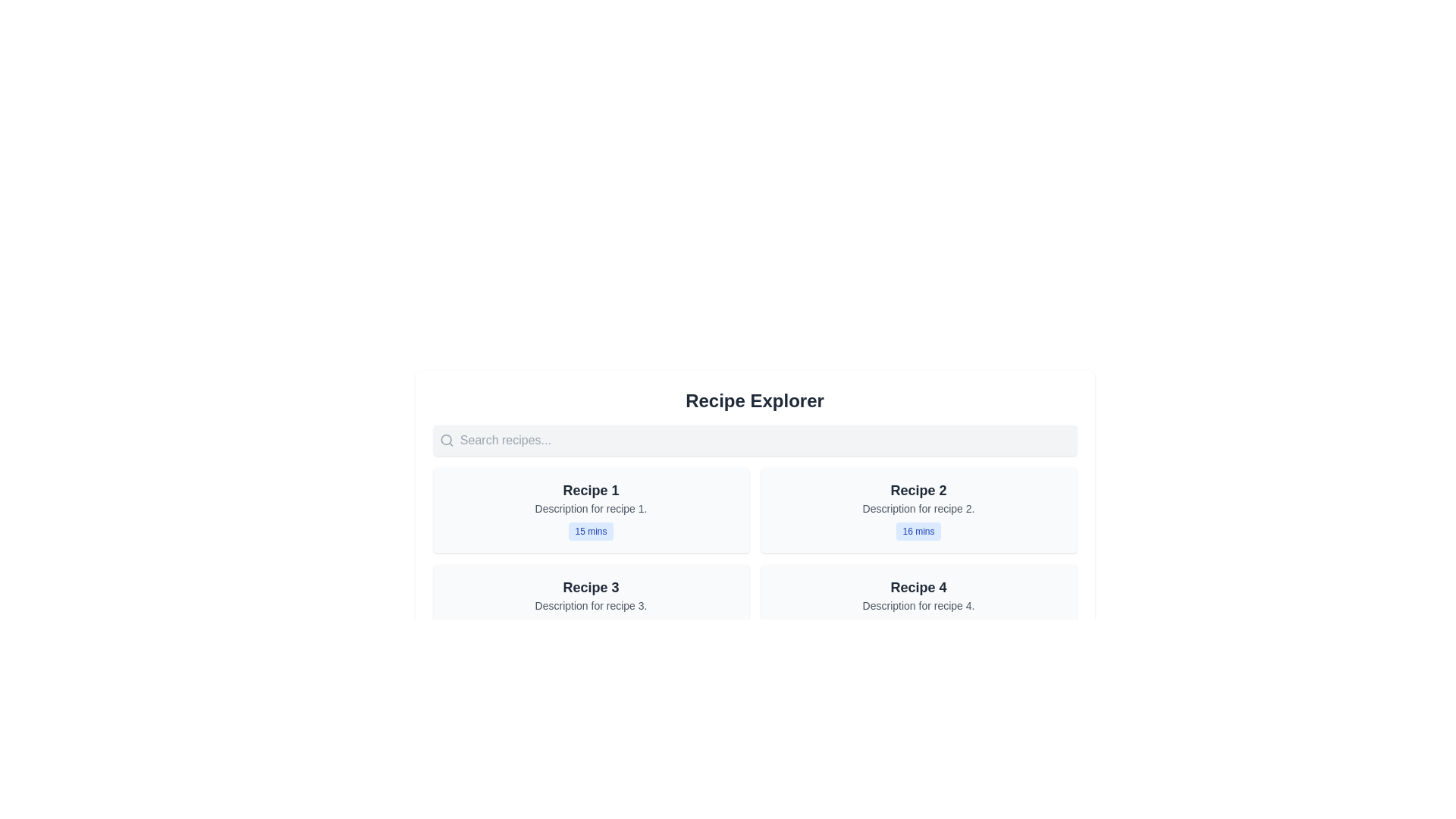 The height and width of the screenshot is (819, 1456). What do you see at coordinates (590, 587) in the screenshot?
I see `the header text indicating the name of 'Recipe 3'` at bounding box center [590, 587].